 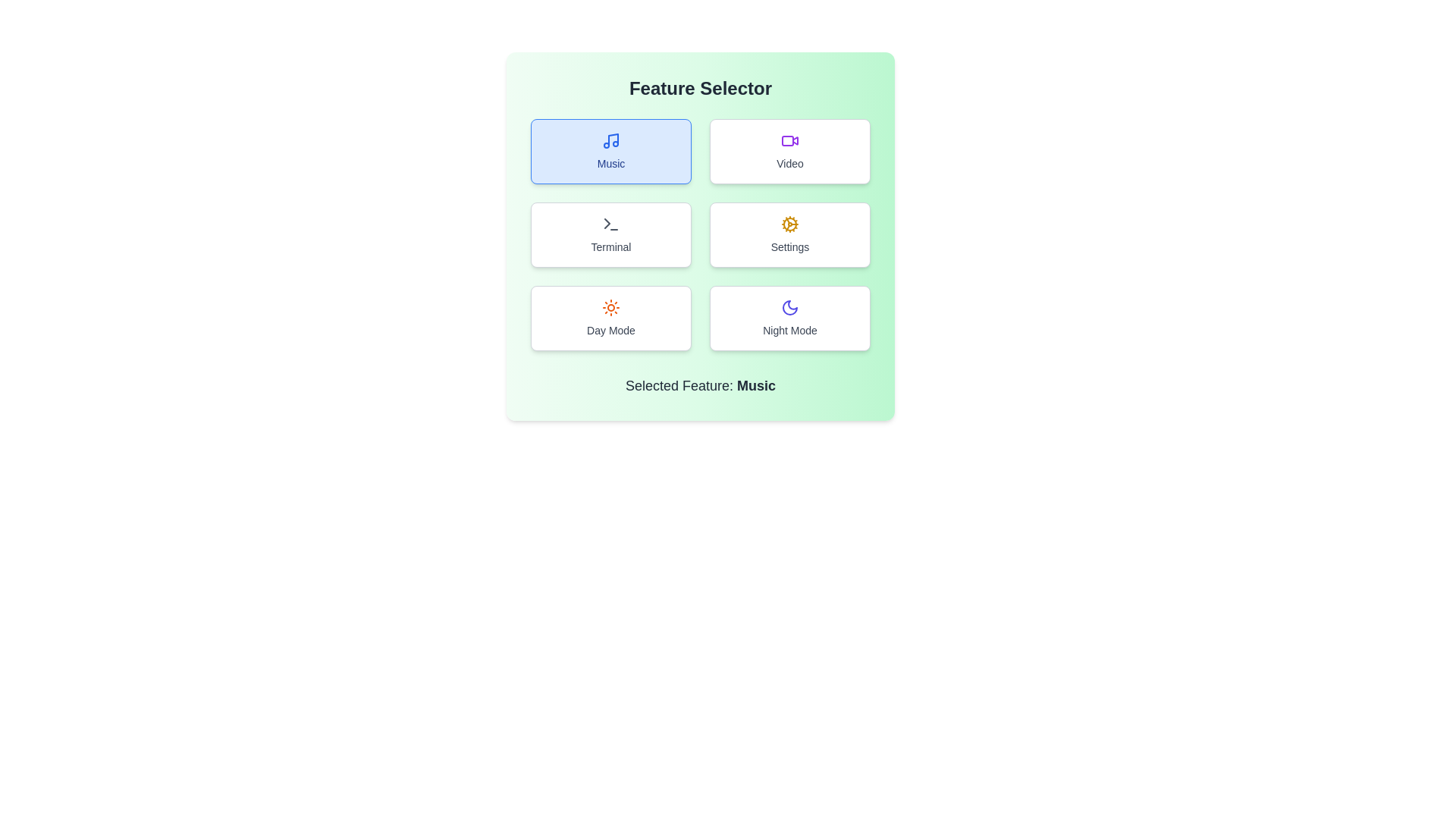 I want to click on the 'Settings' text label located, so click(x=789, y=246).